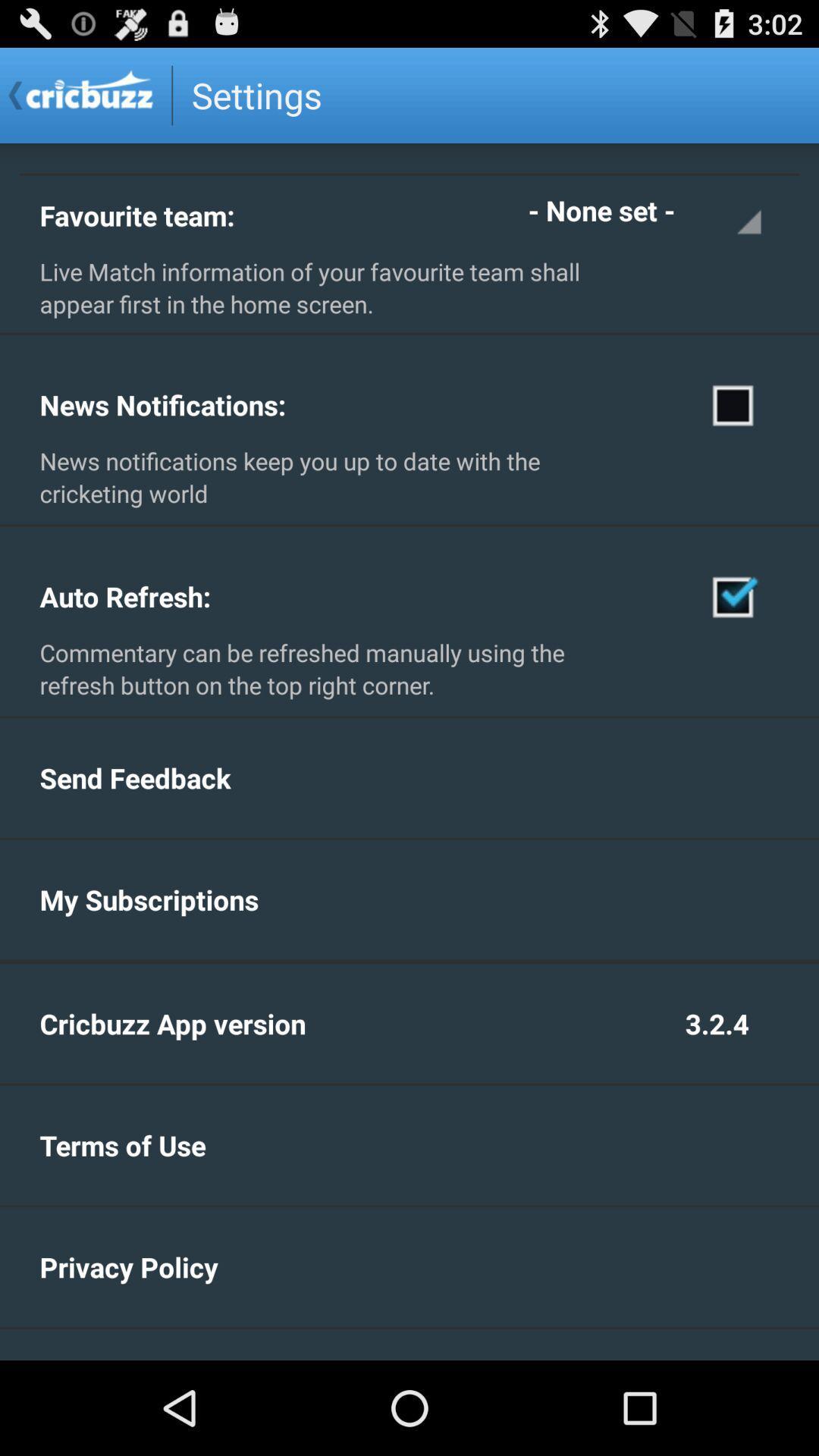 The height and width of the screenshot is (1456, 819). Describe the element at coordinates (733, 404) in the screenshot. I see `get notifications` at that location.